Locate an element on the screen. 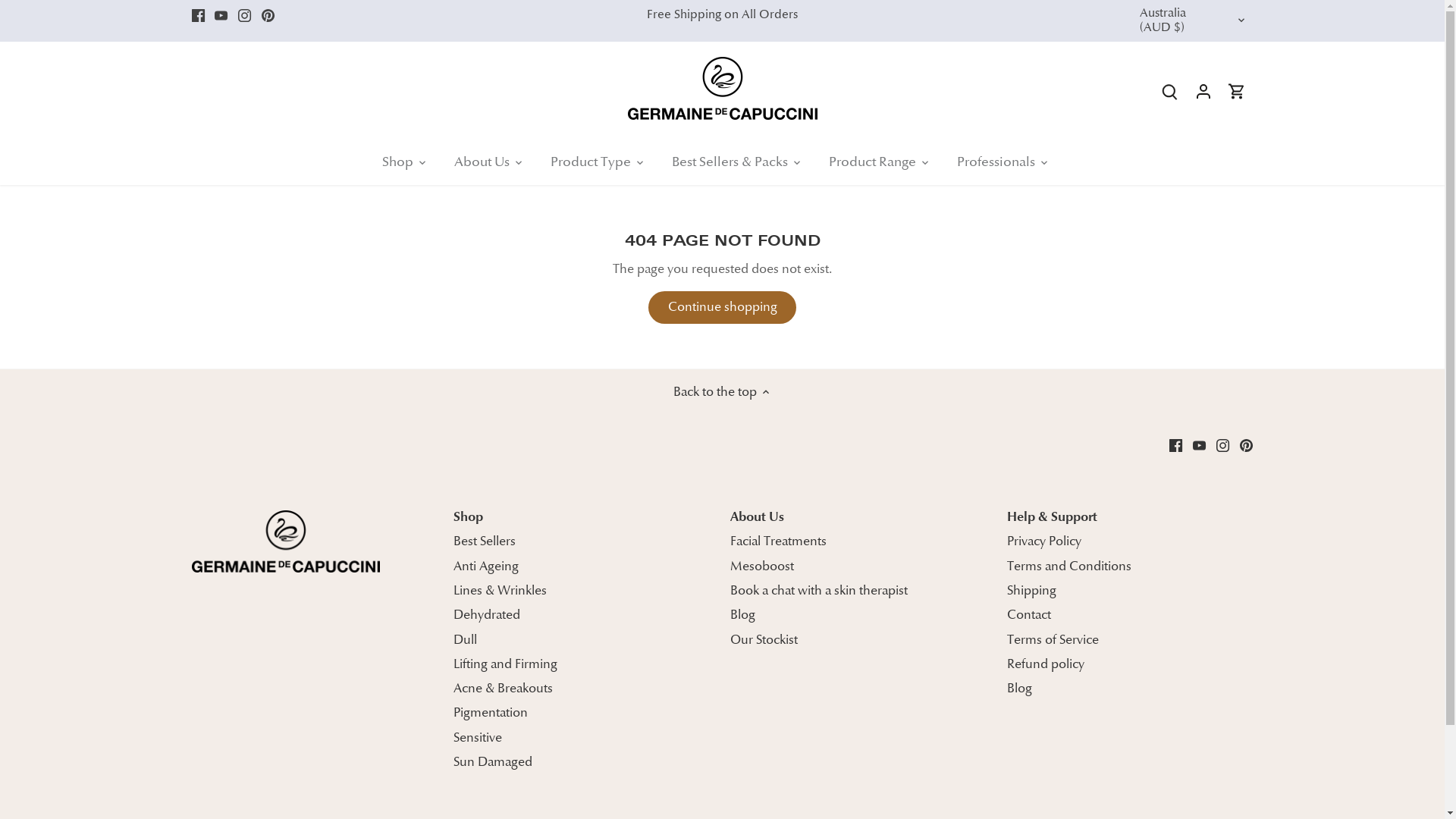 The image size is (1456, 819). 'Help & Support' is located at coordinates (1051, 516).